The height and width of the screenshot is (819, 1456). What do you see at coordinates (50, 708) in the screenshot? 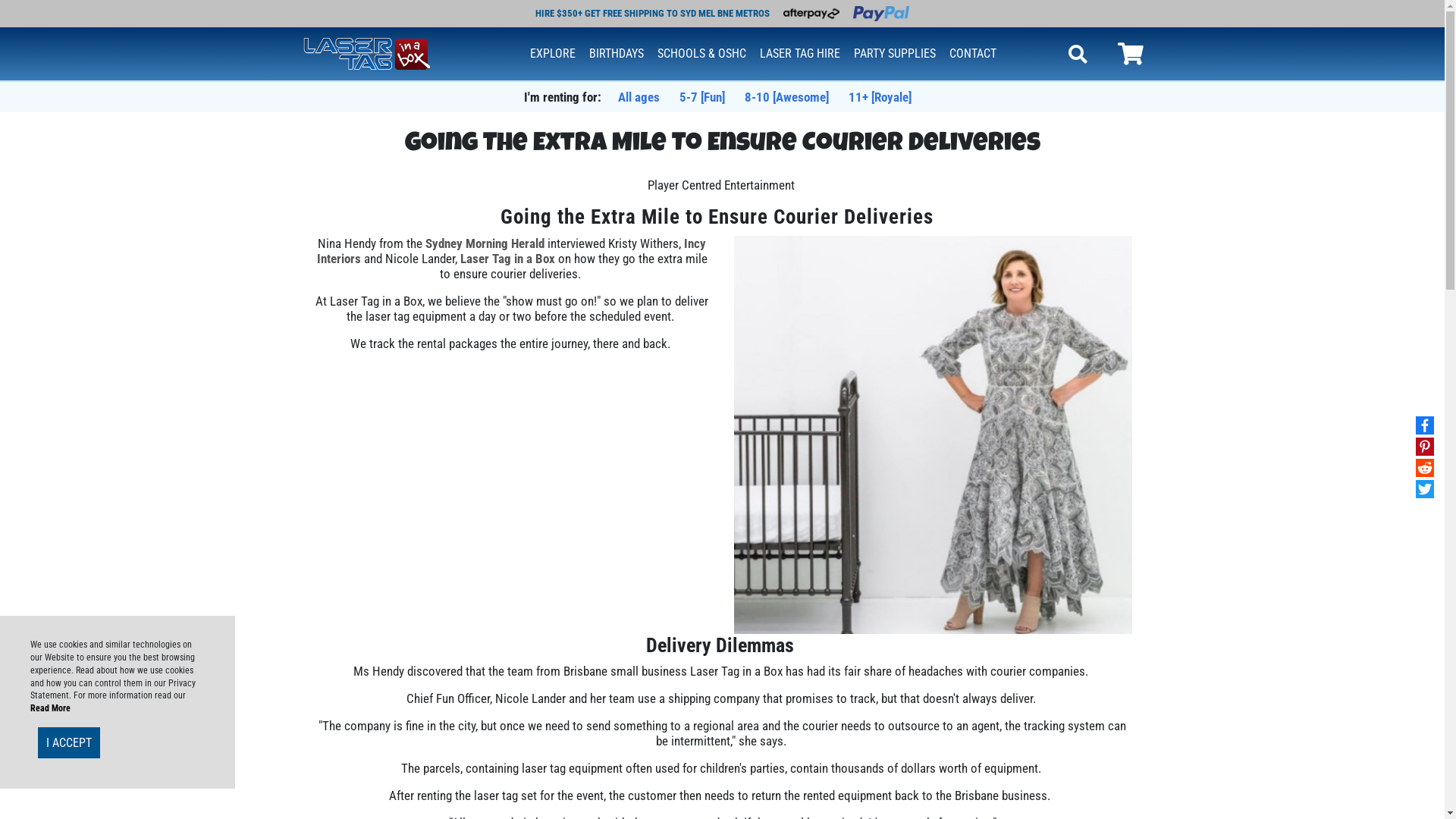
I see `'Read More'` at bounding box center [50, 708].